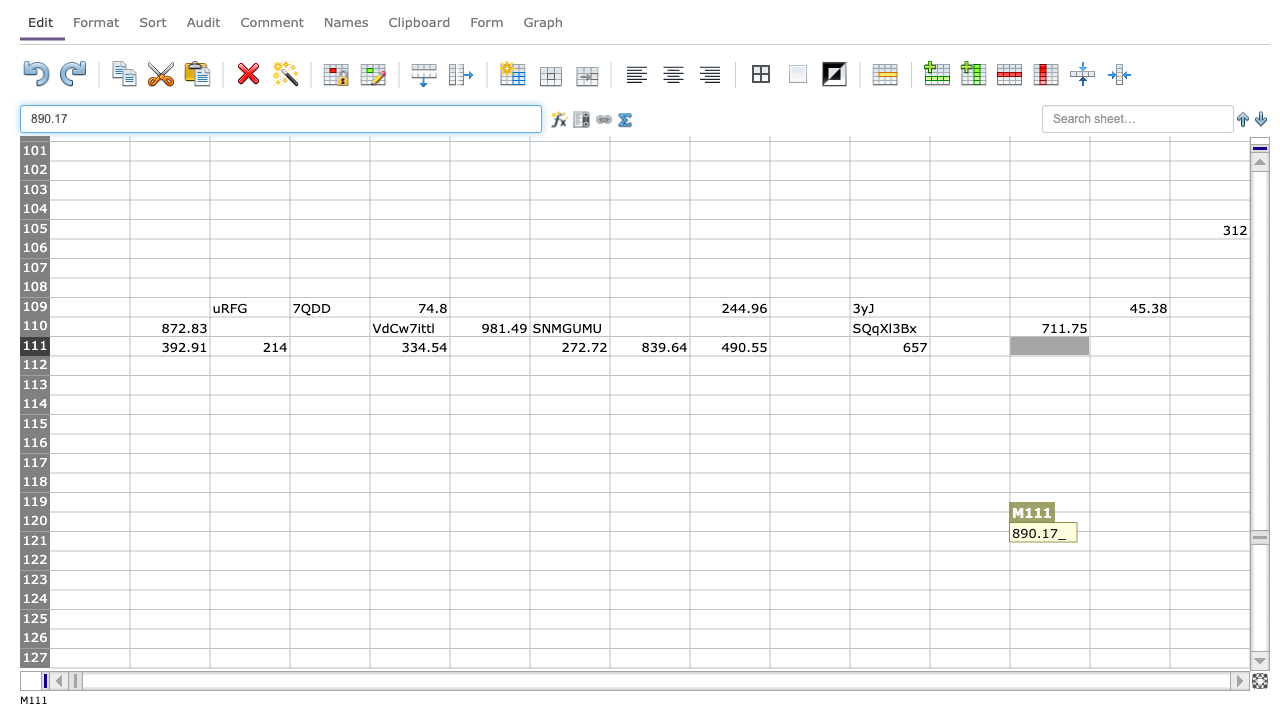 The image size is (1280, 720). I want to click on B122, so click(169, 560).